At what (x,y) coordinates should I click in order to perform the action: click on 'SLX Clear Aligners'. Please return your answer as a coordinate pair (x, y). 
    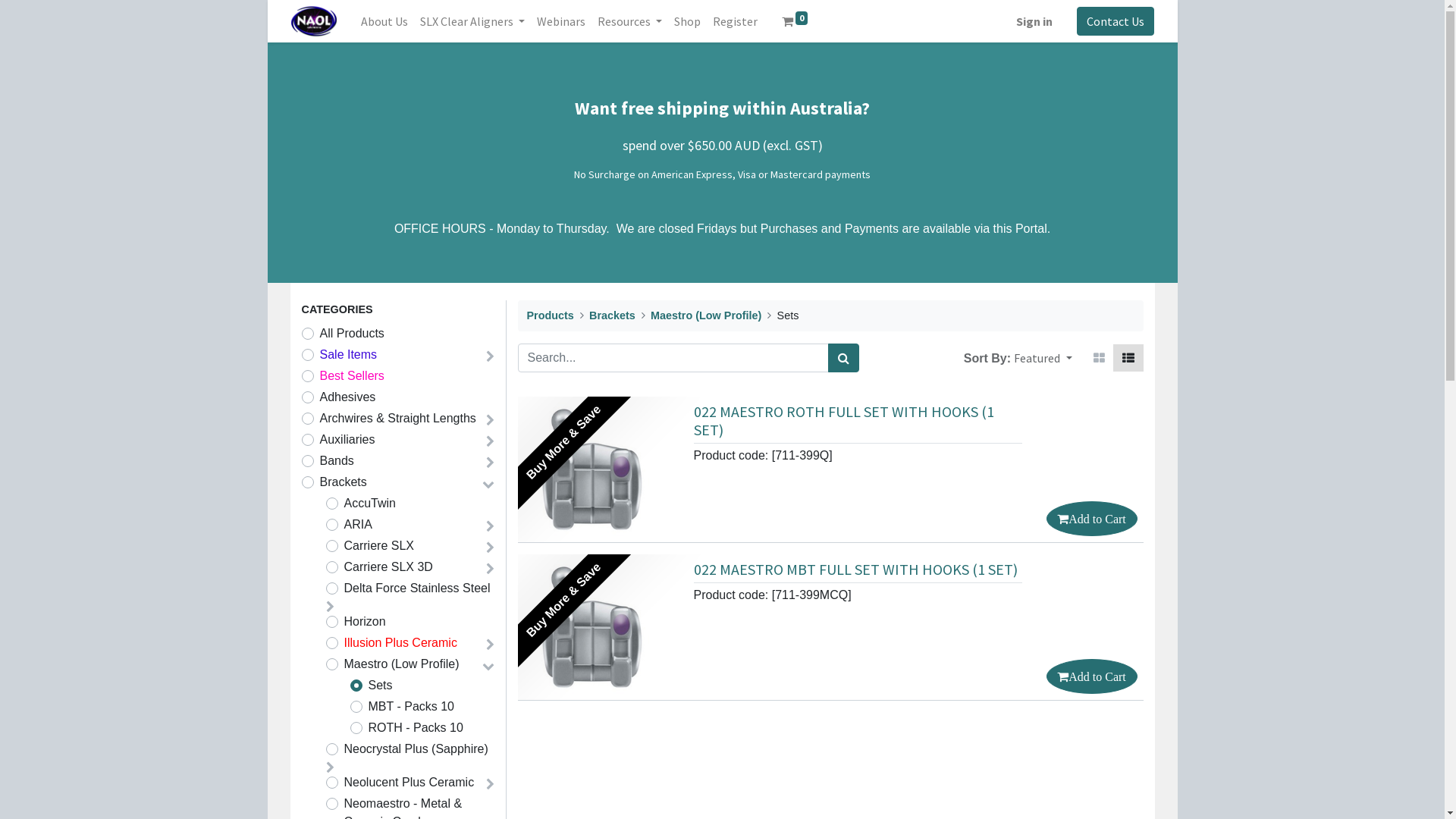
    Looking at the image, I should click on (472, 20).